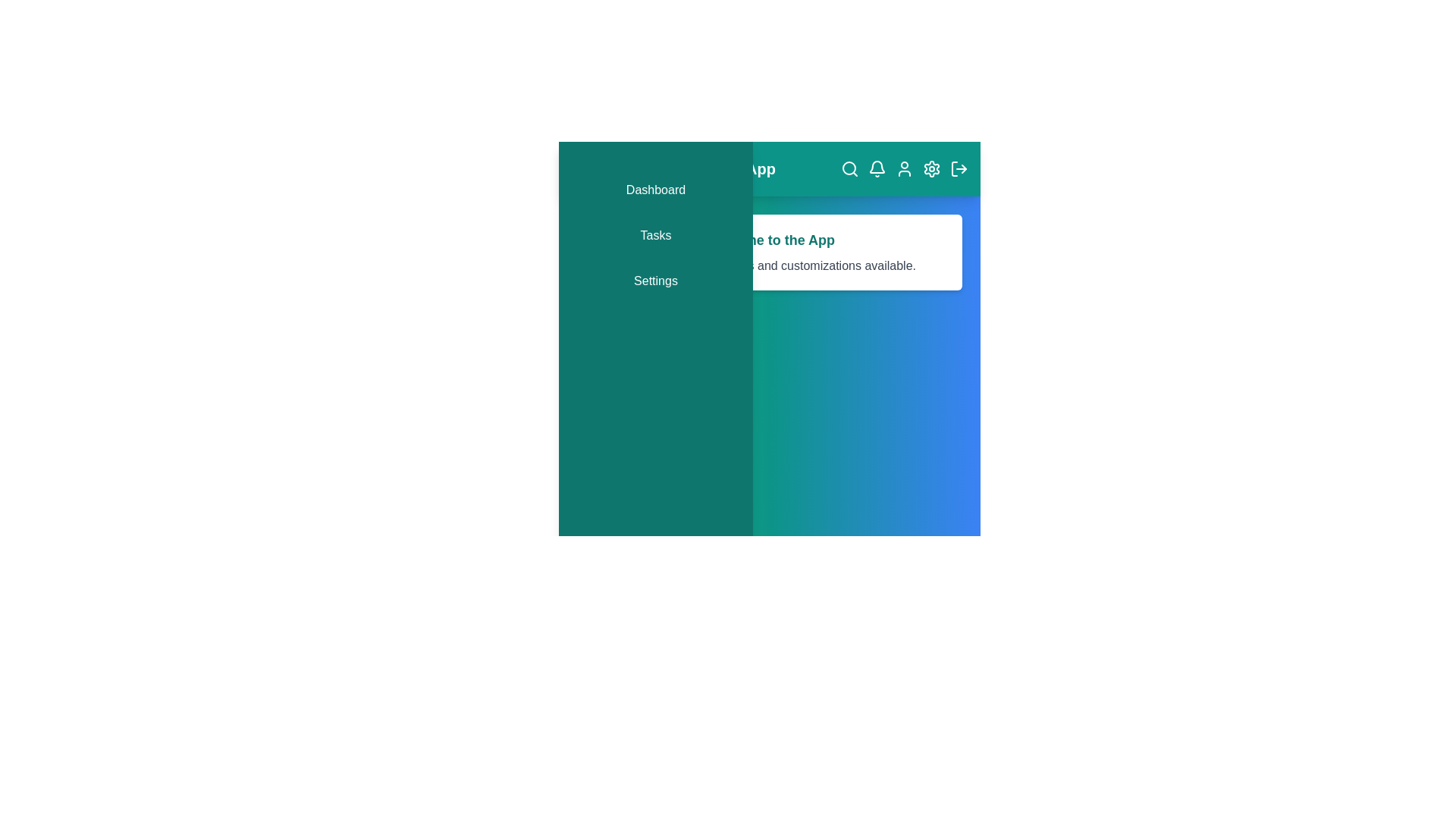  What do you see at coordinates (930, 169) in the screenshot?
I see `the 'Settings' icon in the app bar` at bounding box center [930, 169].